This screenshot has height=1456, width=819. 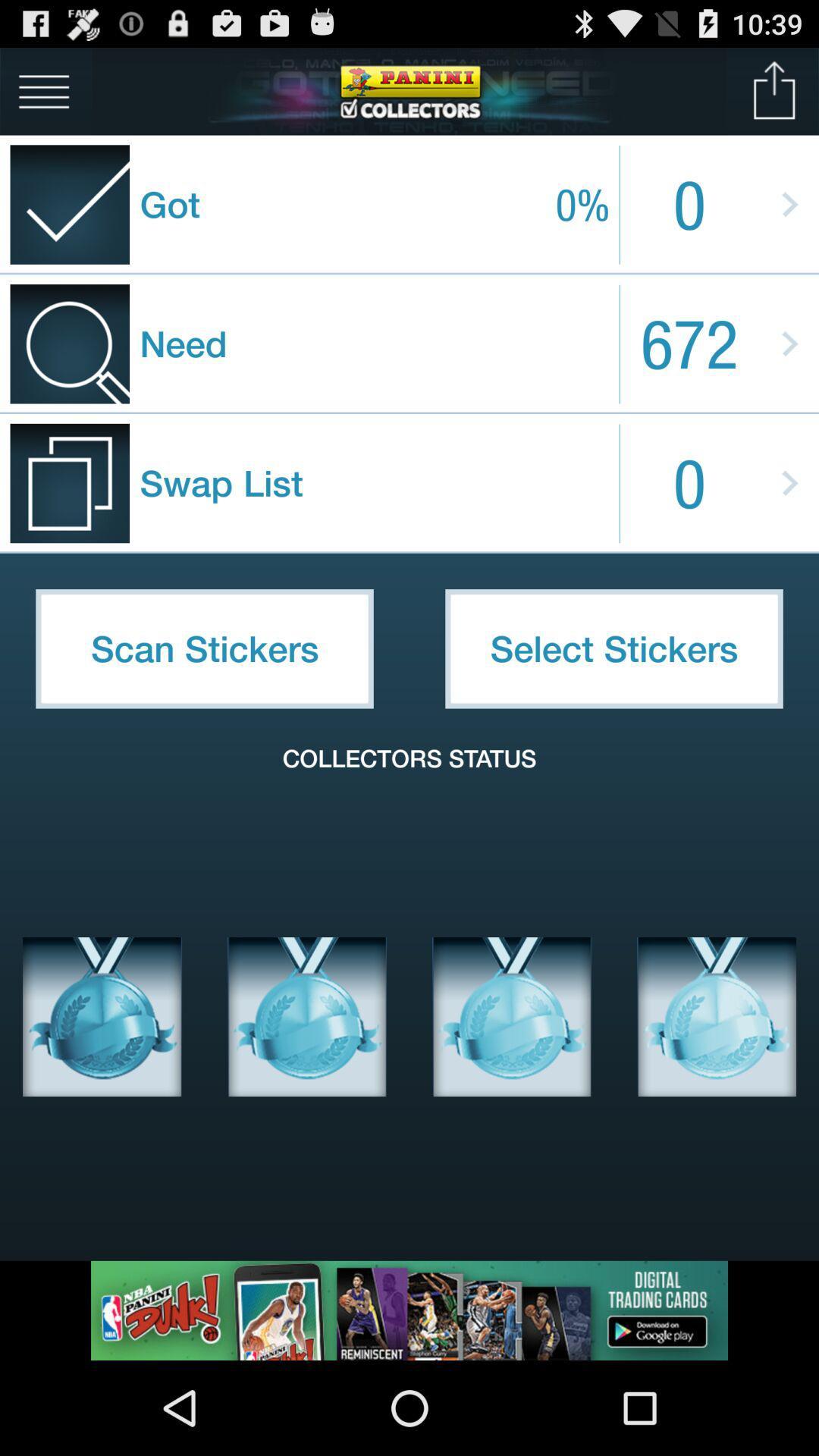 What do you see at coordinates (205, 648) in the screenshot?
I see `item below swap list` at bounding box center [205, 648].